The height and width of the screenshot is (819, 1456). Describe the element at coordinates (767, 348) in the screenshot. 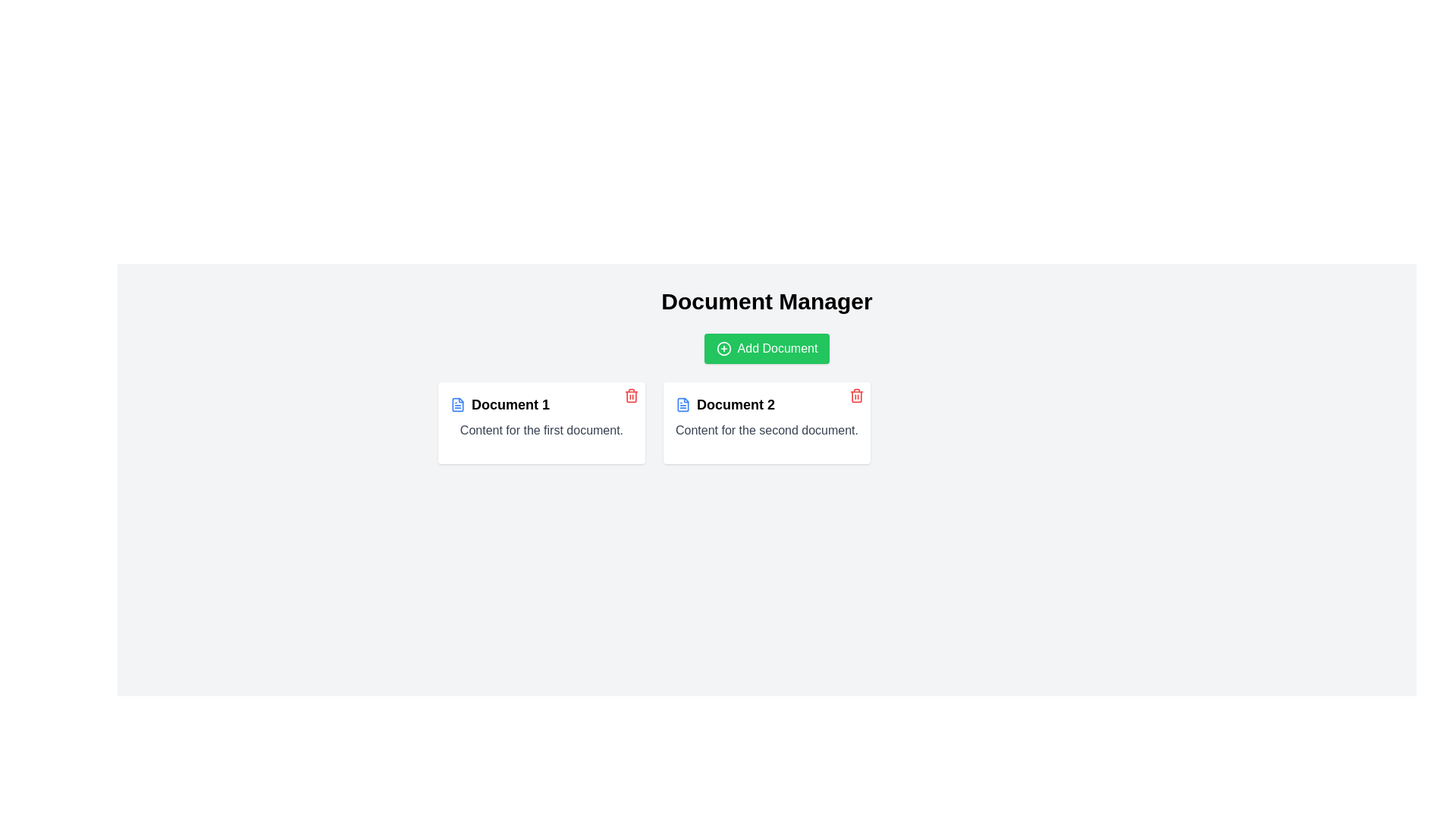

I see `the 'Add Document' button, which has a green background, white text, and a plus-circle icon` at that location.